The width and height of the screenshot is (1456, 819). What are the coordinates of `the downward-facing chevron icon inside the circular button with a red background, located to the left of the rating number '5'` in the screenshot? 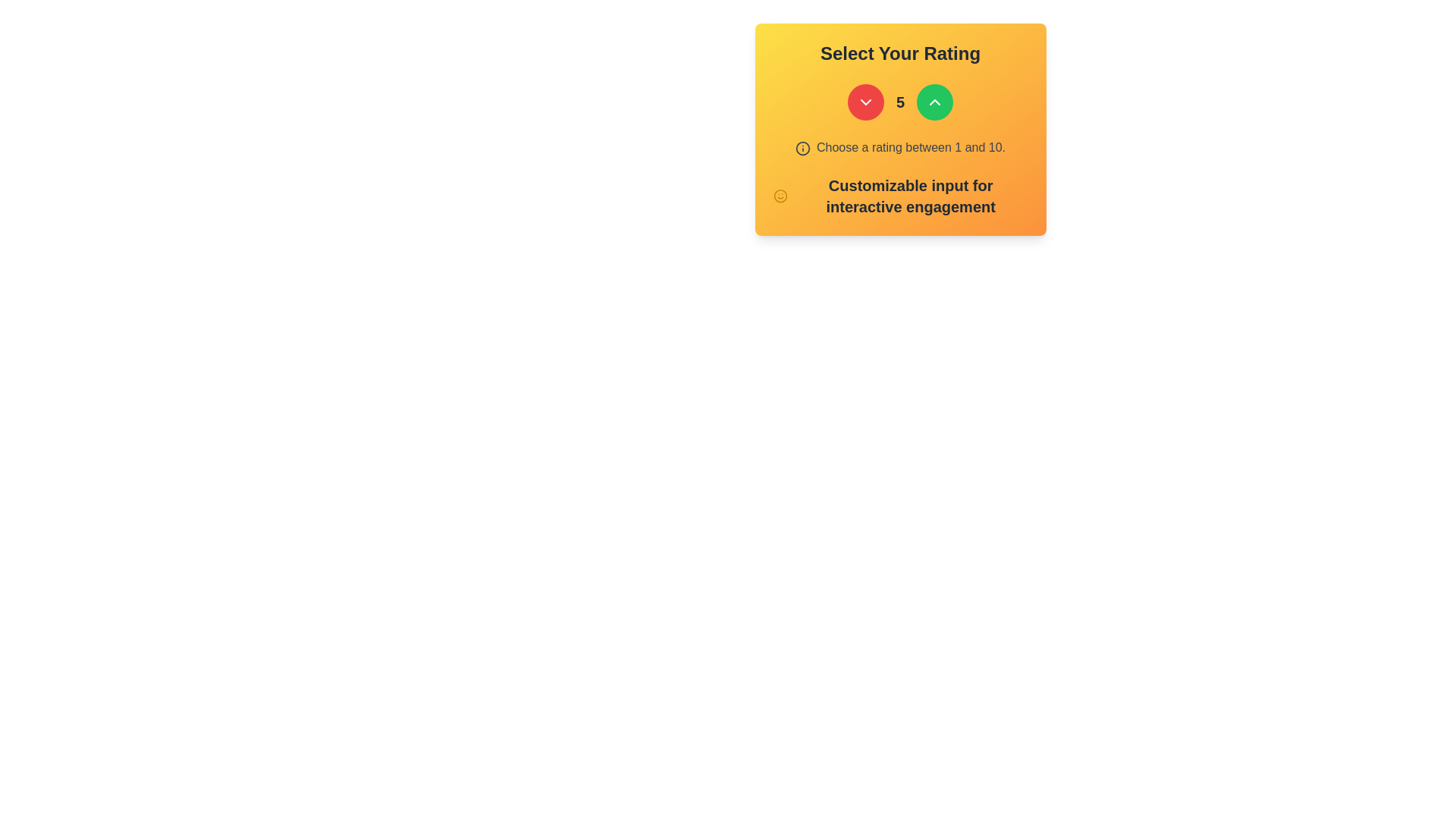 It's located at (866, 102).